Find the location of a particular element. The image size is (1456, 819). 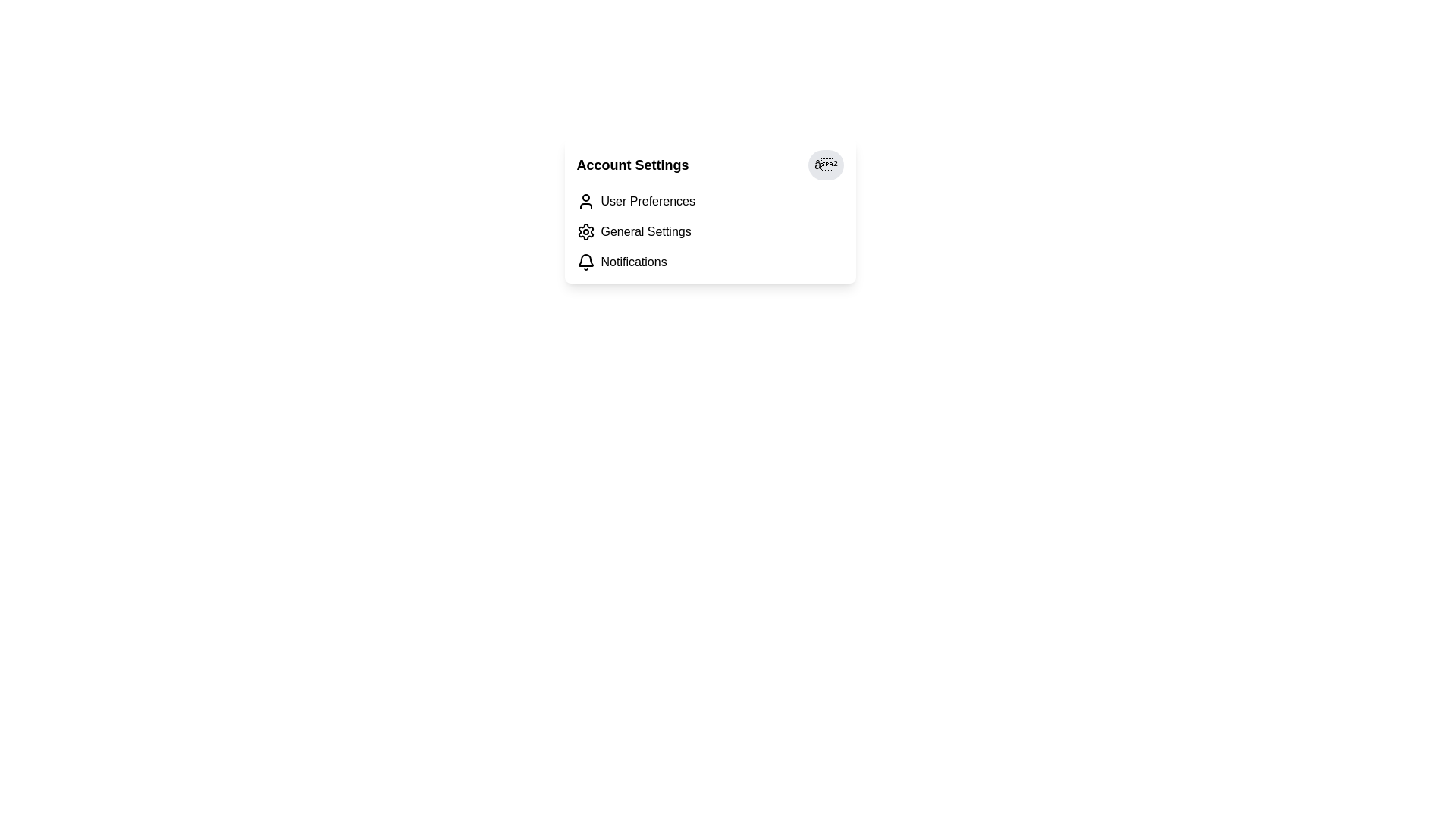

the icons in the 'Account Settings' panel is located at coordinates (709, 210).